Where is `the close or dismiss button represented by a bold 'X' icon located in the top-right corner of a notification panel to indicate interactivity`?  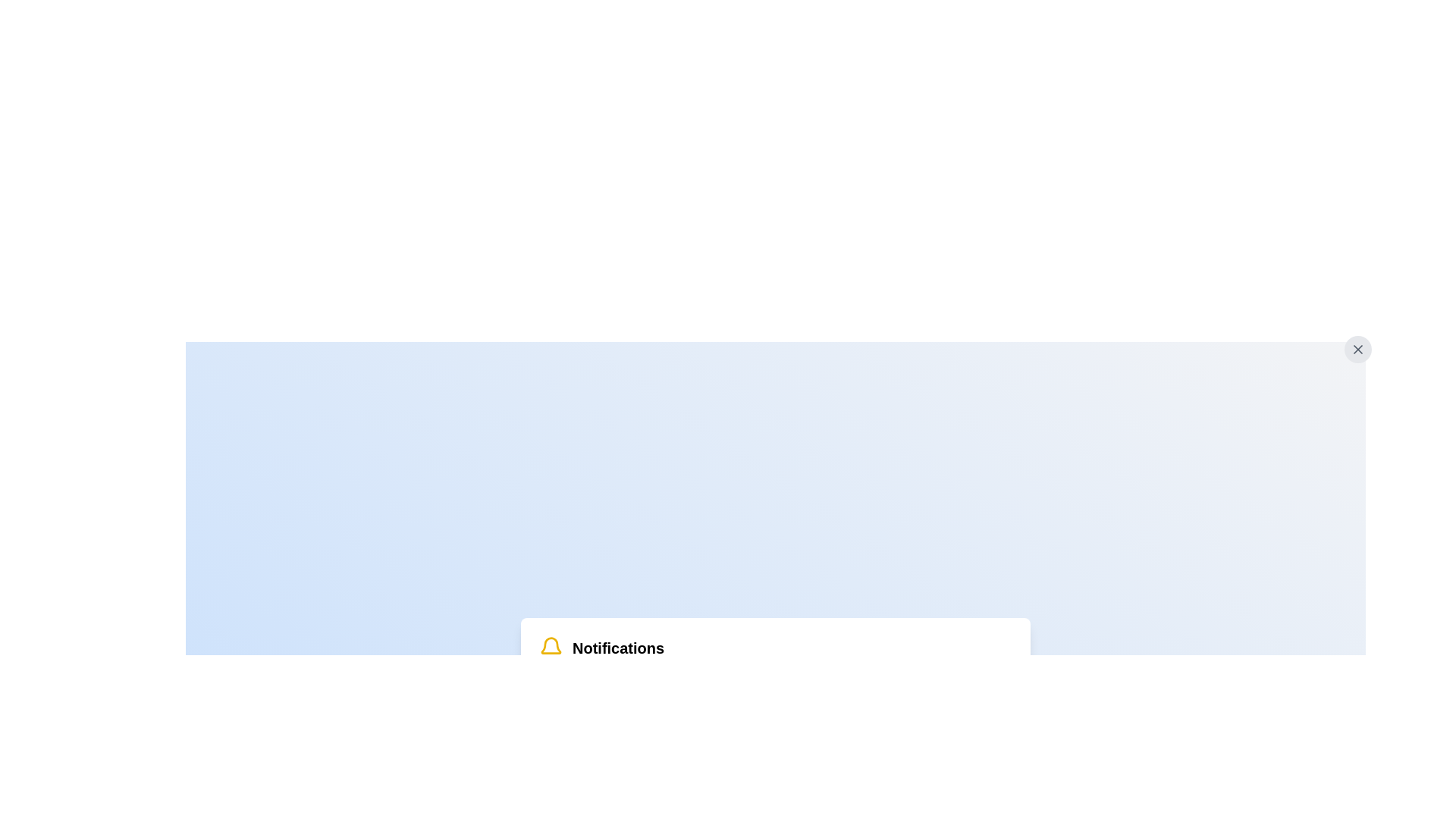 the close or dismiss button represented by a bold 'X' icon located in the top-right corner of a notification panel to indicate interactivity is located at coordinates (1357, 350).